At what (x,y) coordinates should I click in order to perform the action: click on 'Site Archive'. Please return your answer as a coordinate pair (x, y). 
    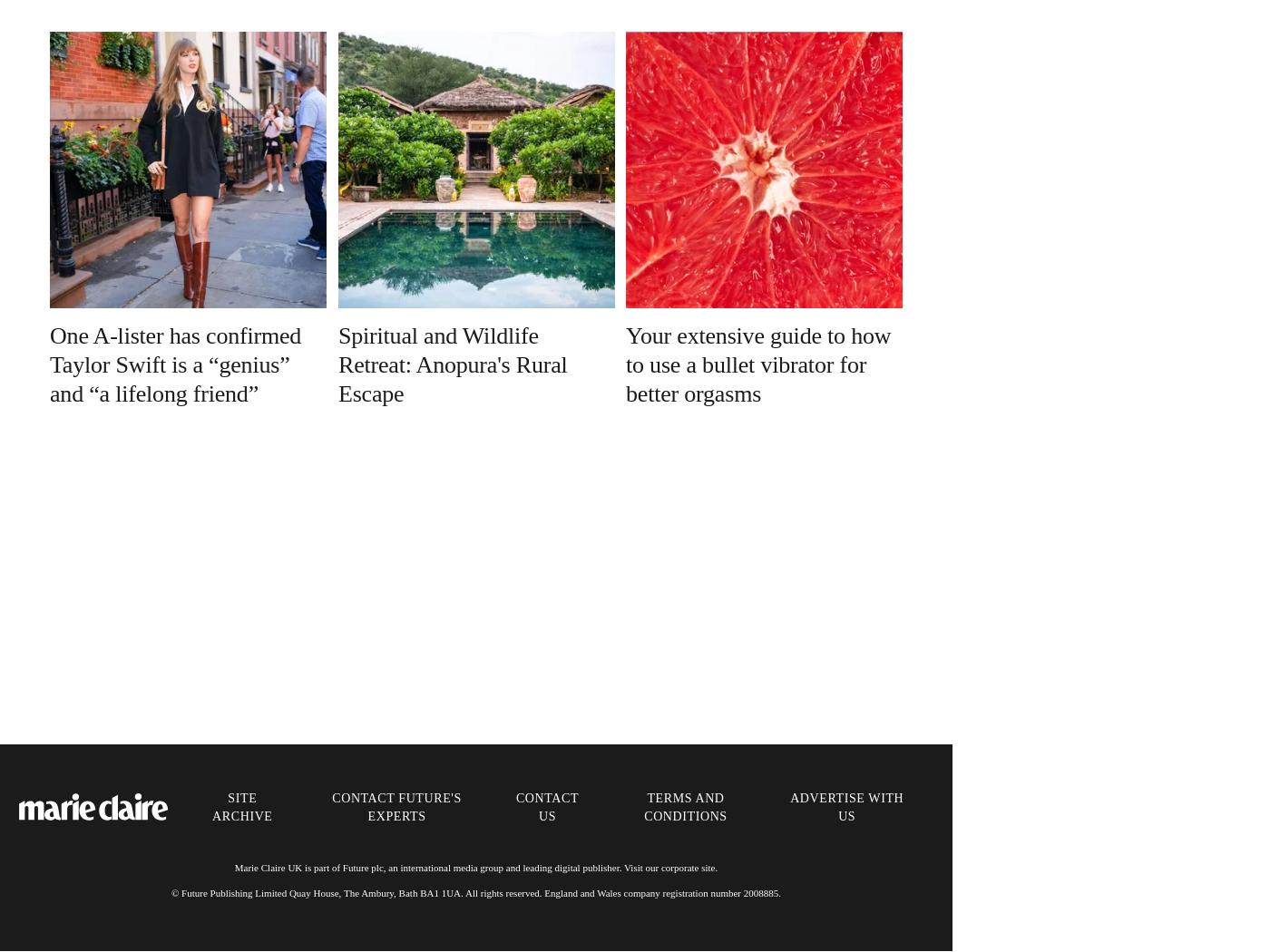
    Looking at the image, I should click on (241, 805).